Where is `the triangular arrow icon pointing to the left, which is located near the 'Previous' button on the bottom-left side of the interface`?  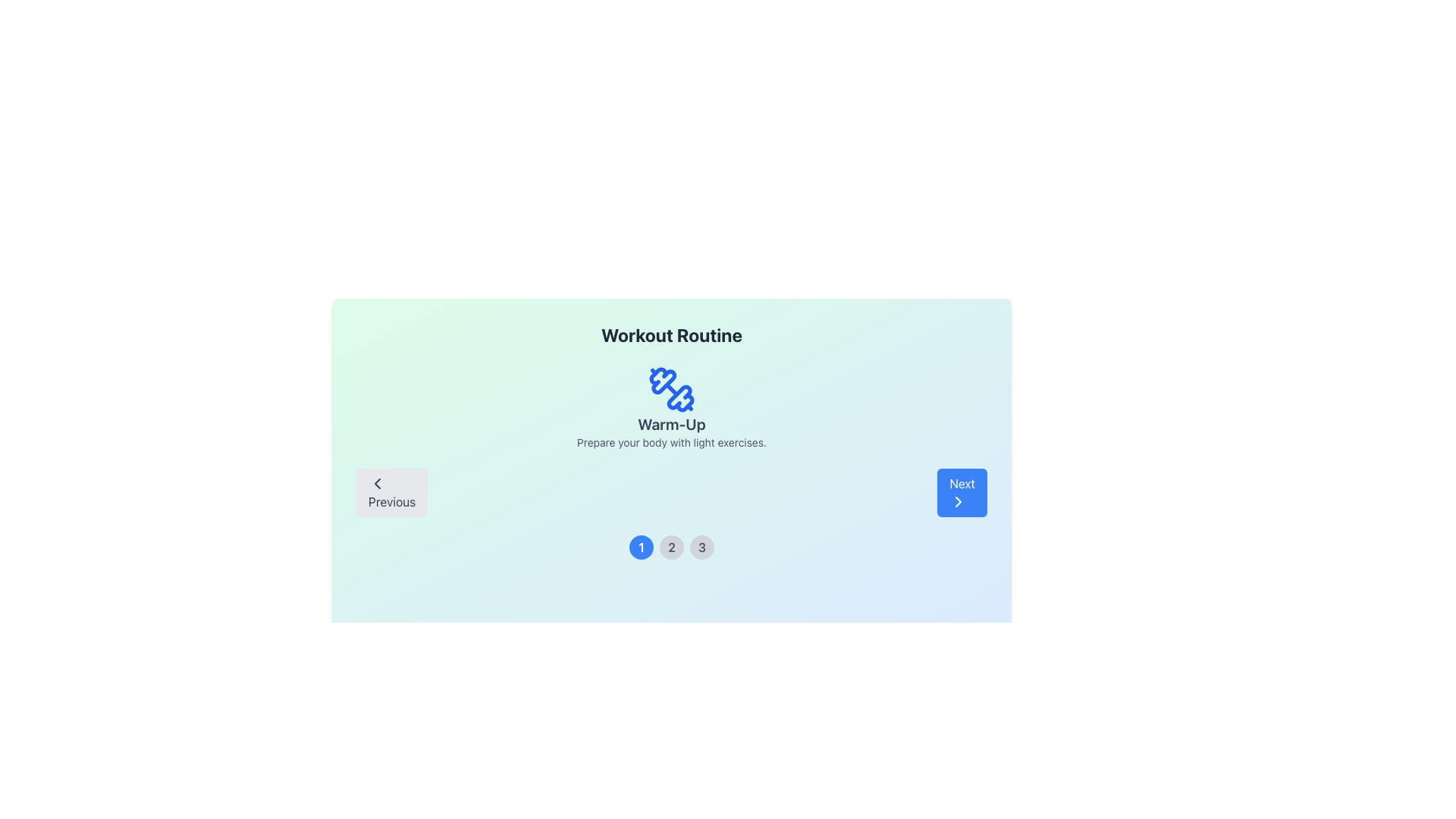
the triangular arrow icon pointing to the left, which is located near the 'Previous' button on the bottom-left side of the interface is located at coordinates (378, 483).